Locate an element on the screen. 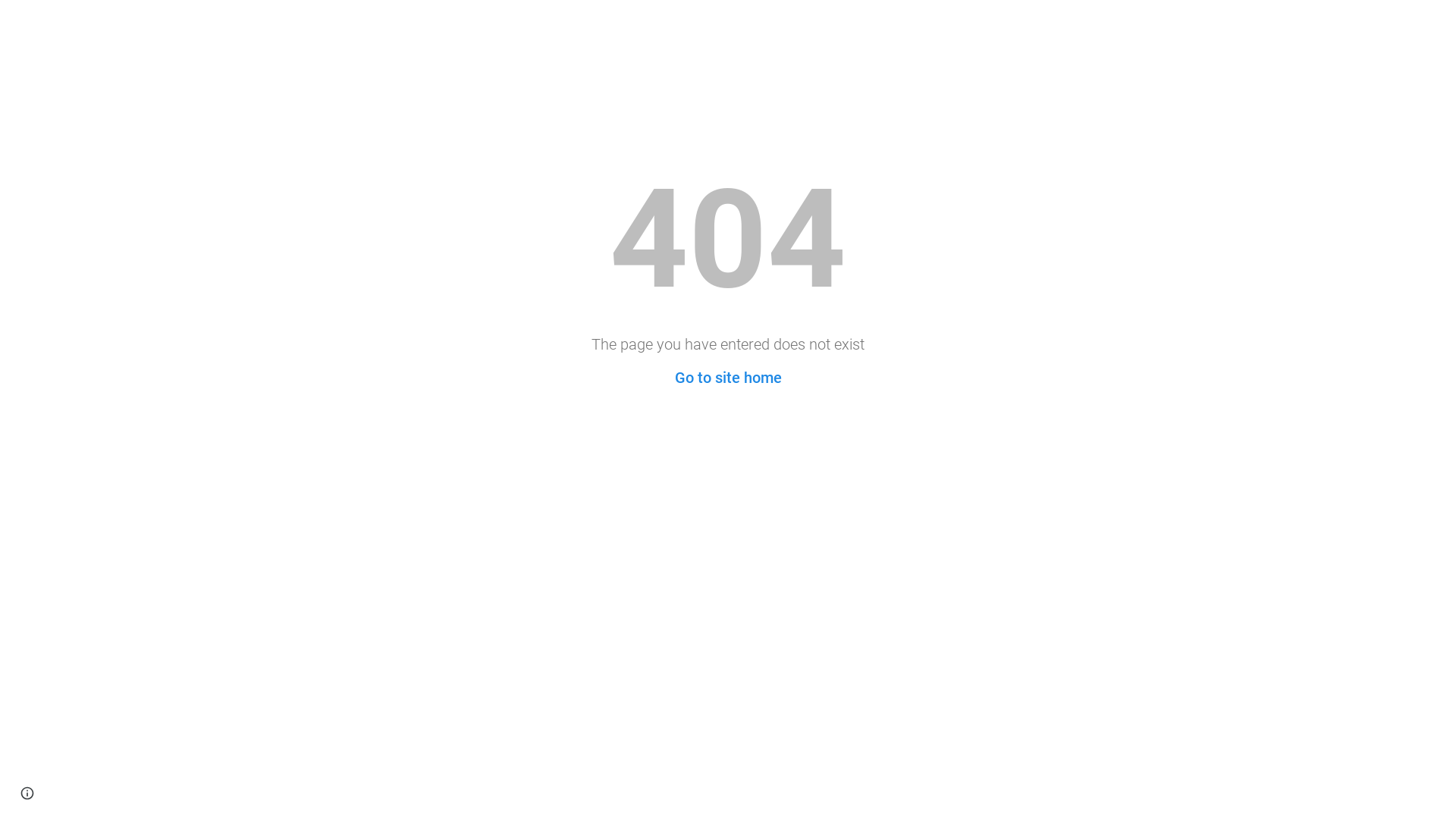  'Go to site home' is located at coordinates (673, 376).